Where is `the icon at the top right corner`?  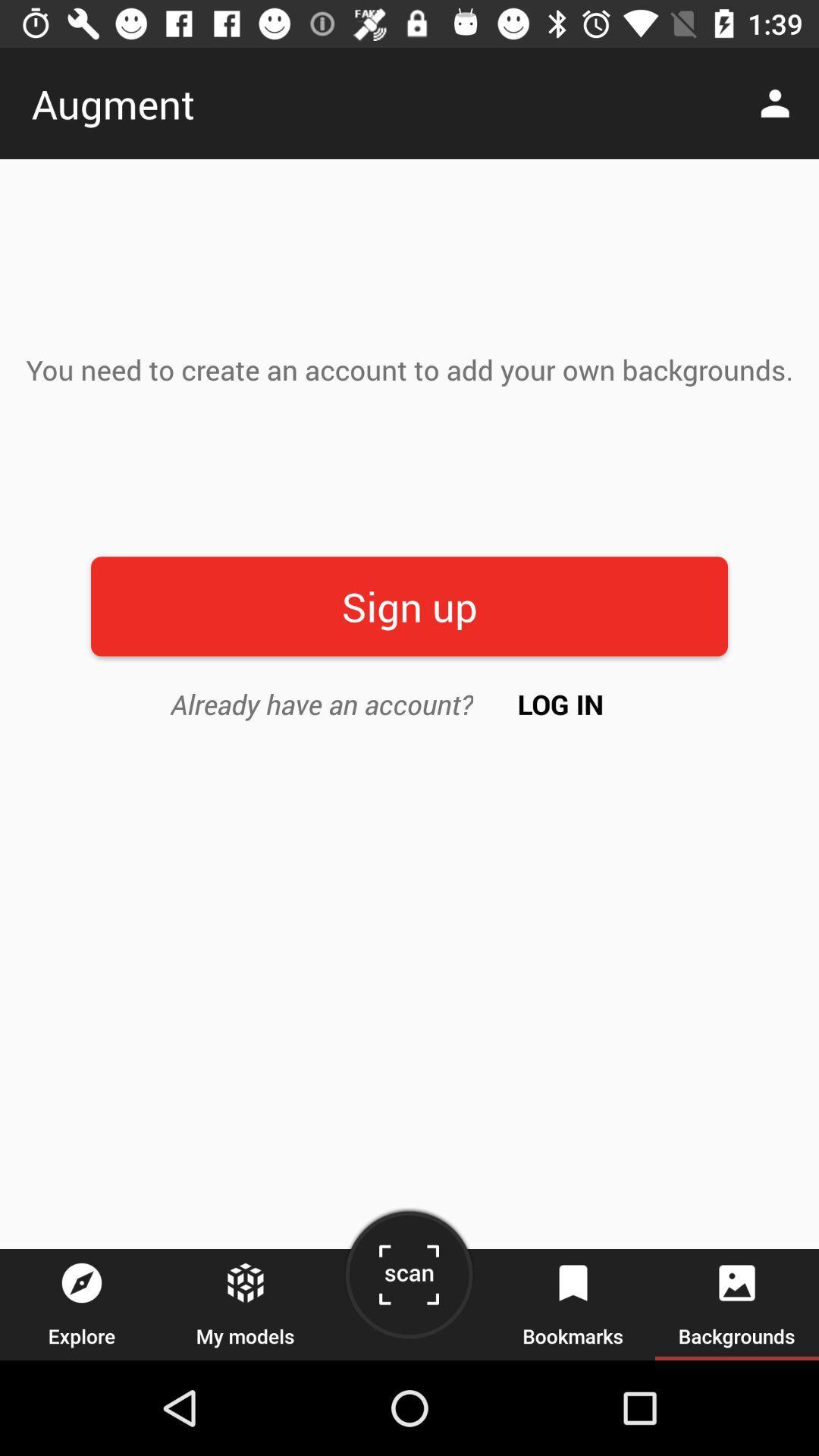
the icon at the top right corner is located at coordinates (779, 102).